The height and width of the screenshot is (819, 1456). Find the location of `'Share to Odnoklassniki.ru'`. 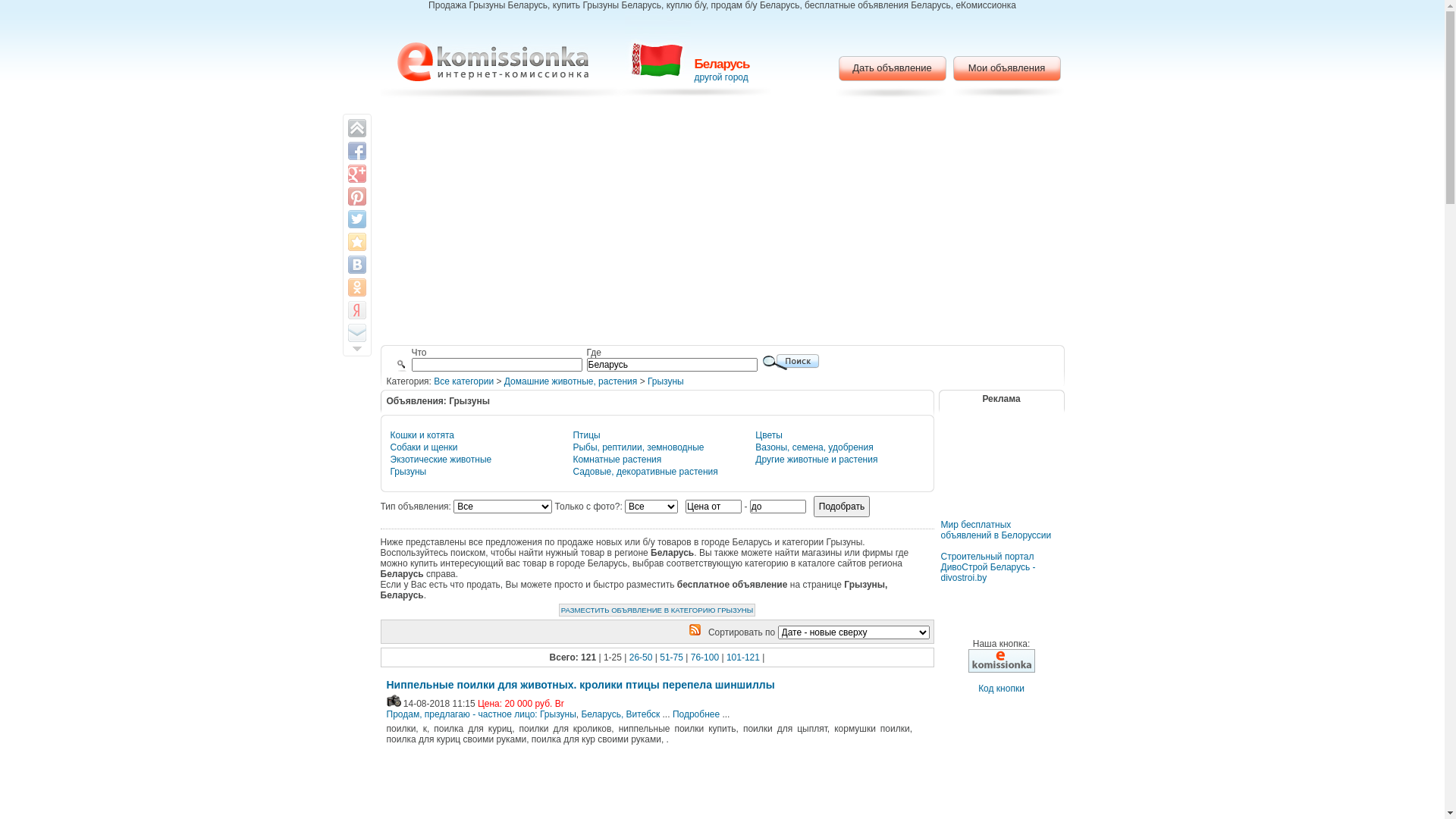

'Share to Odnoklassniki.ru' is located at coordinates (356, 287).